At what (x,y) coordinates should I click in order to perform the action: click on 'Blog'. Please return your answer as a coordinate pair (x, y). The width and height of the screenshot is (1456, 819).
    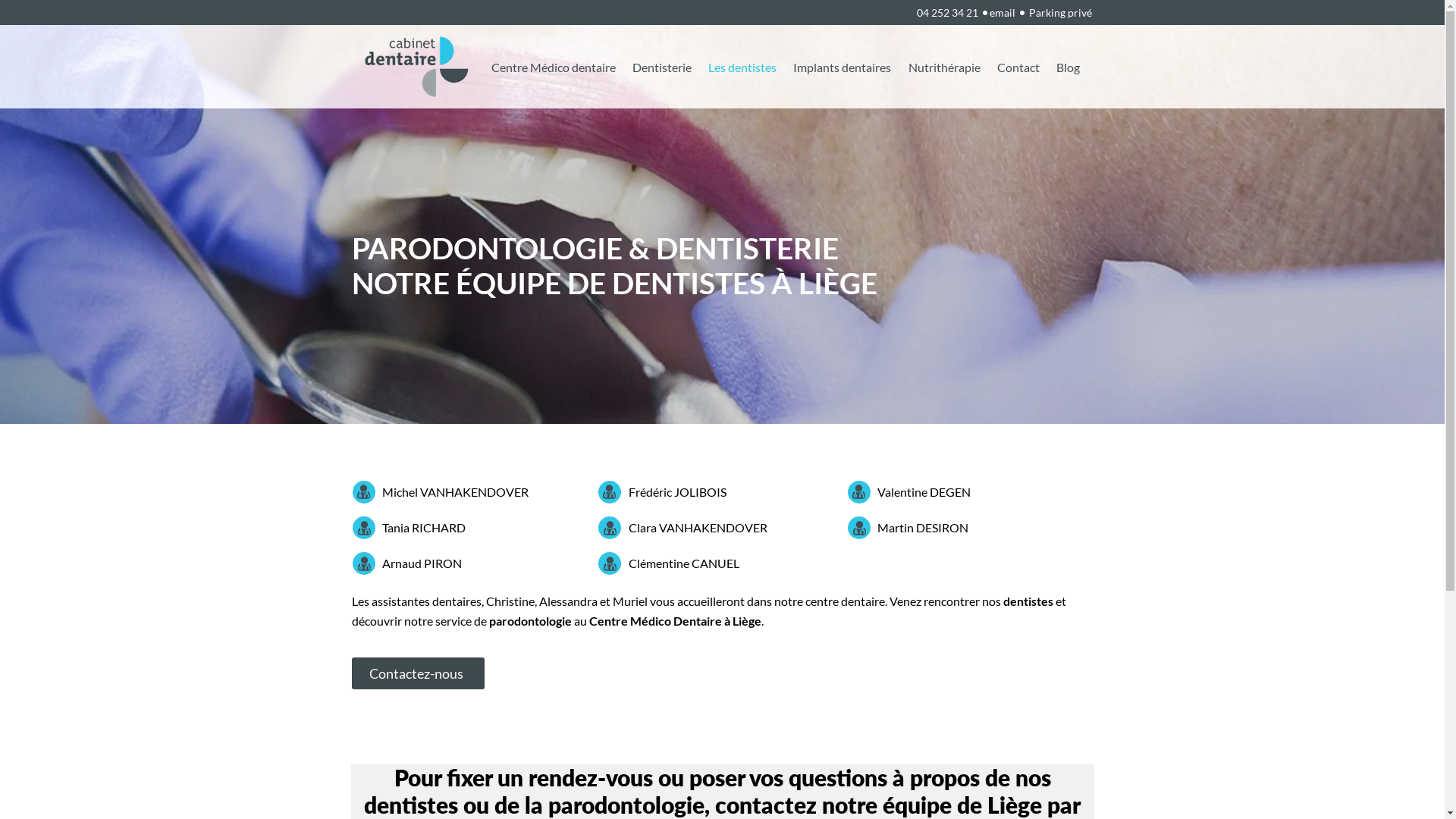
    Looking at the image, I should click on (1067, 66).